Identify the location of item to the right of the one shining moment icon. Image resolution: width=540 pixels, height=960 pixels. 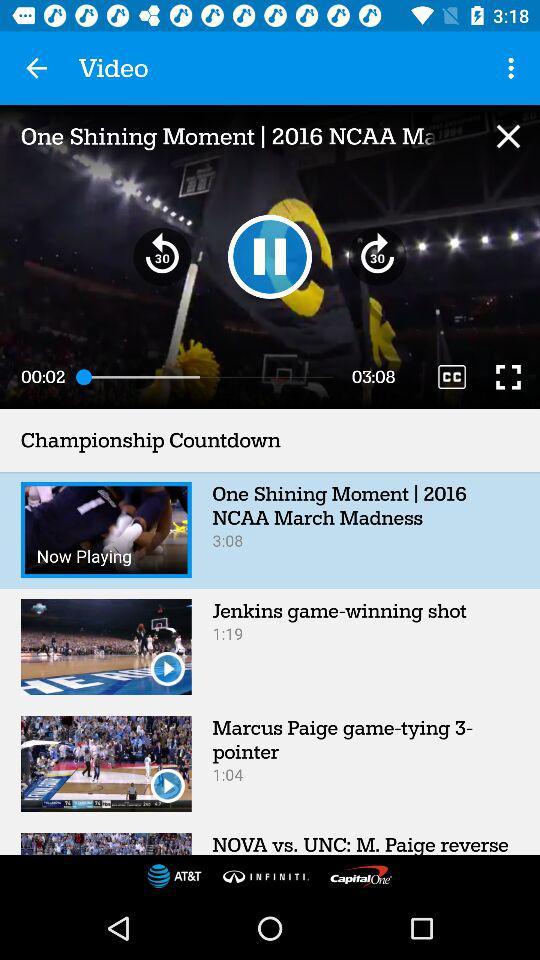
(508, 135).